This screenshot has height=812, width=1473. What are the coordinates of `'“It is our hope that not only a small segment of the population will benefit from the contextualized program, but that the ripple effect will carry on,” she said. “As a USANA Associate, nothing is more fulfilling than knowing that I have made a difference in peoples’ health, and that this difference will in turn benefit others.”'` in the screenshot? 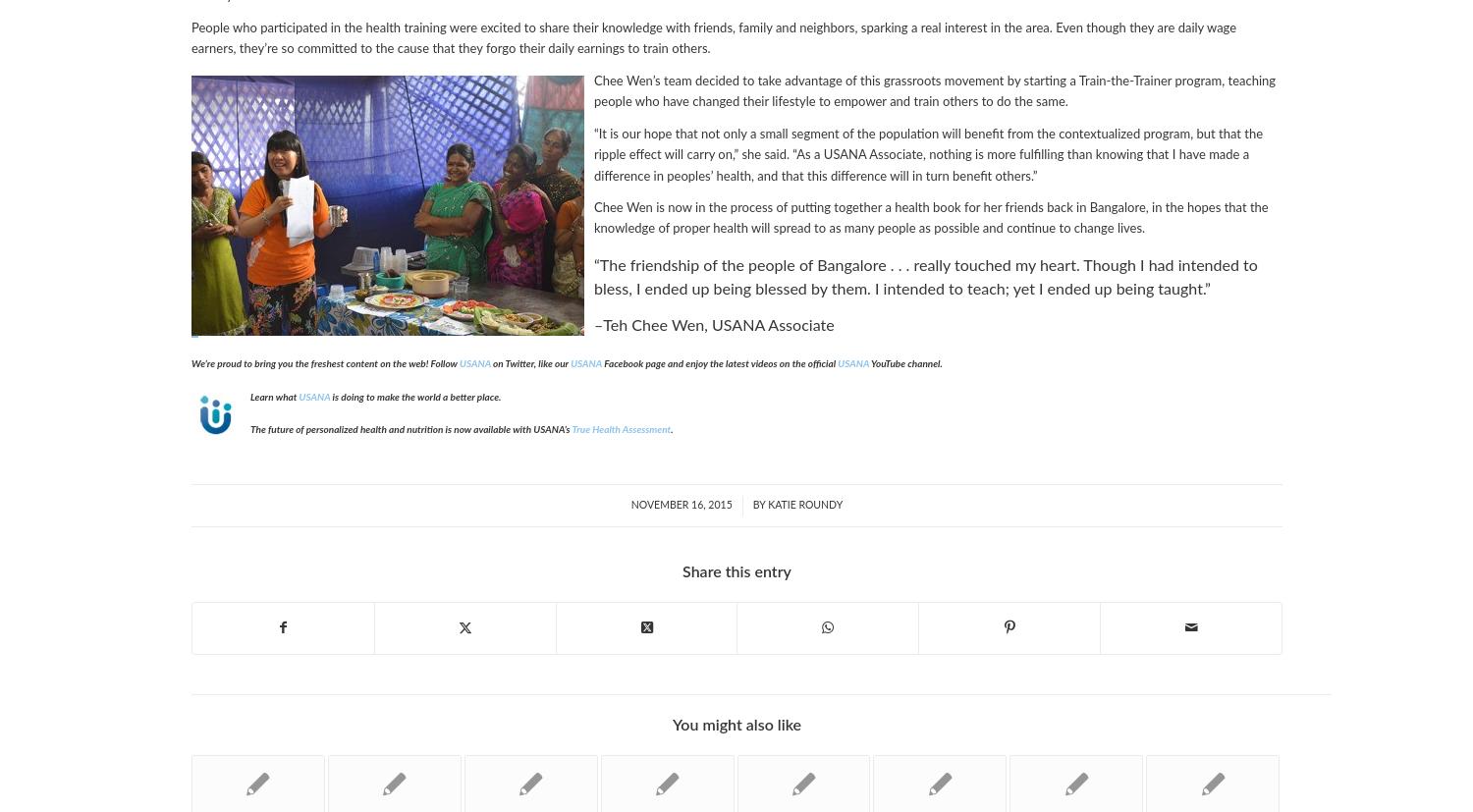 It's located at (927, 155).